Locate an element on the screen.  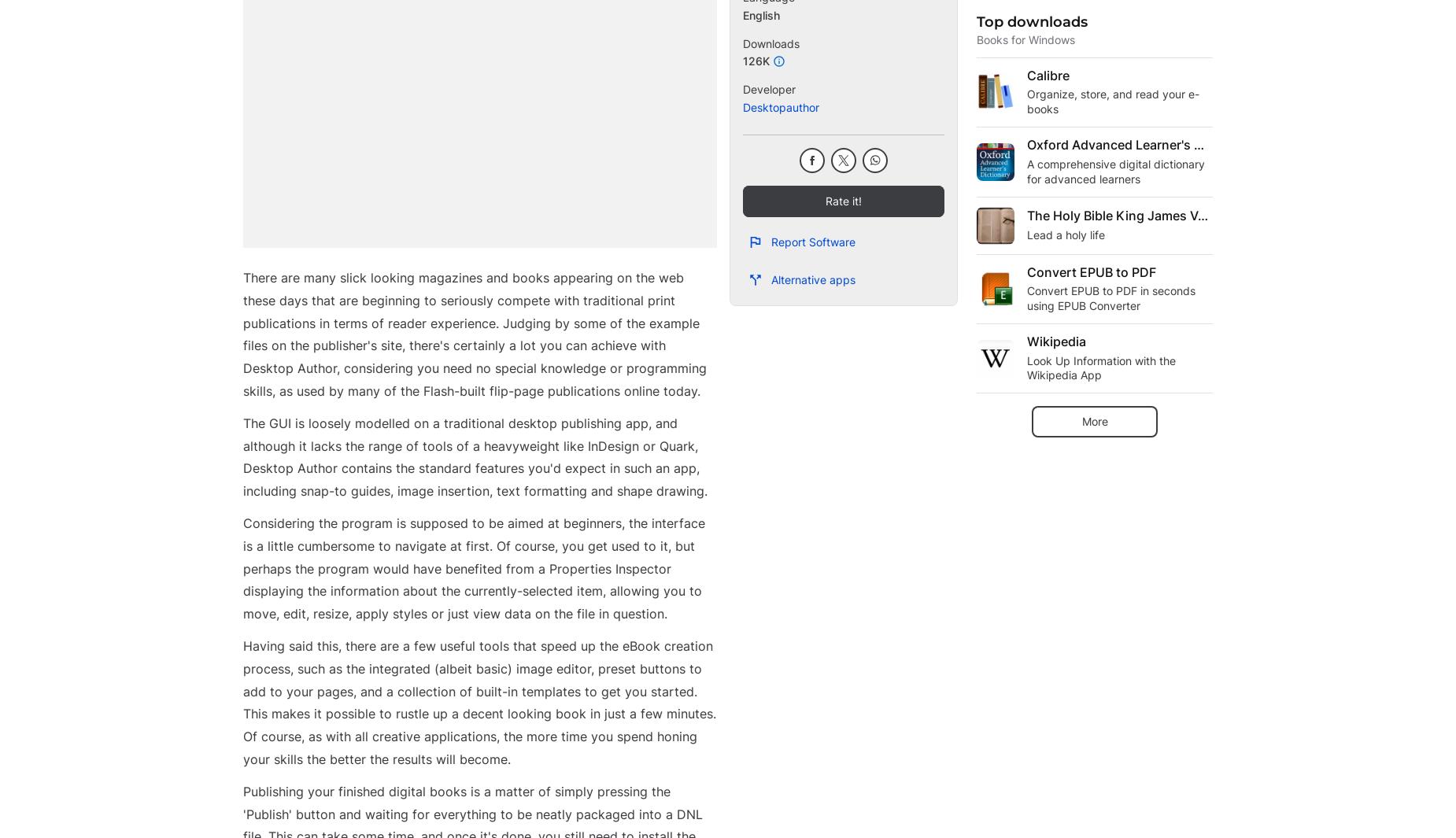
'B2B' is located at coordinates (528, 755).